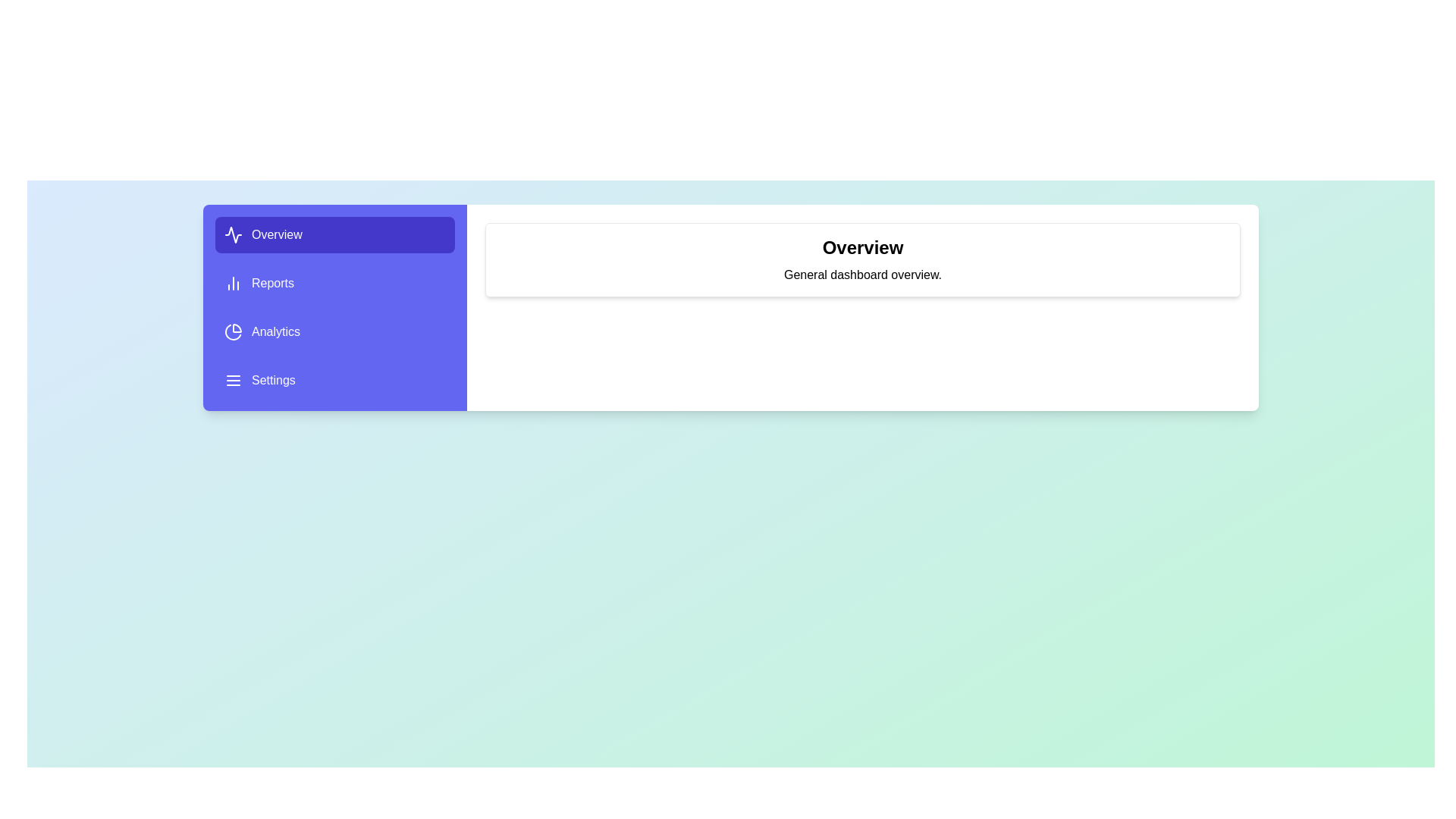  What do you see at coordinates (334, 331) in the screenshot?
I see `the menu item labeled Analytics` at bounding box center [334, 331].